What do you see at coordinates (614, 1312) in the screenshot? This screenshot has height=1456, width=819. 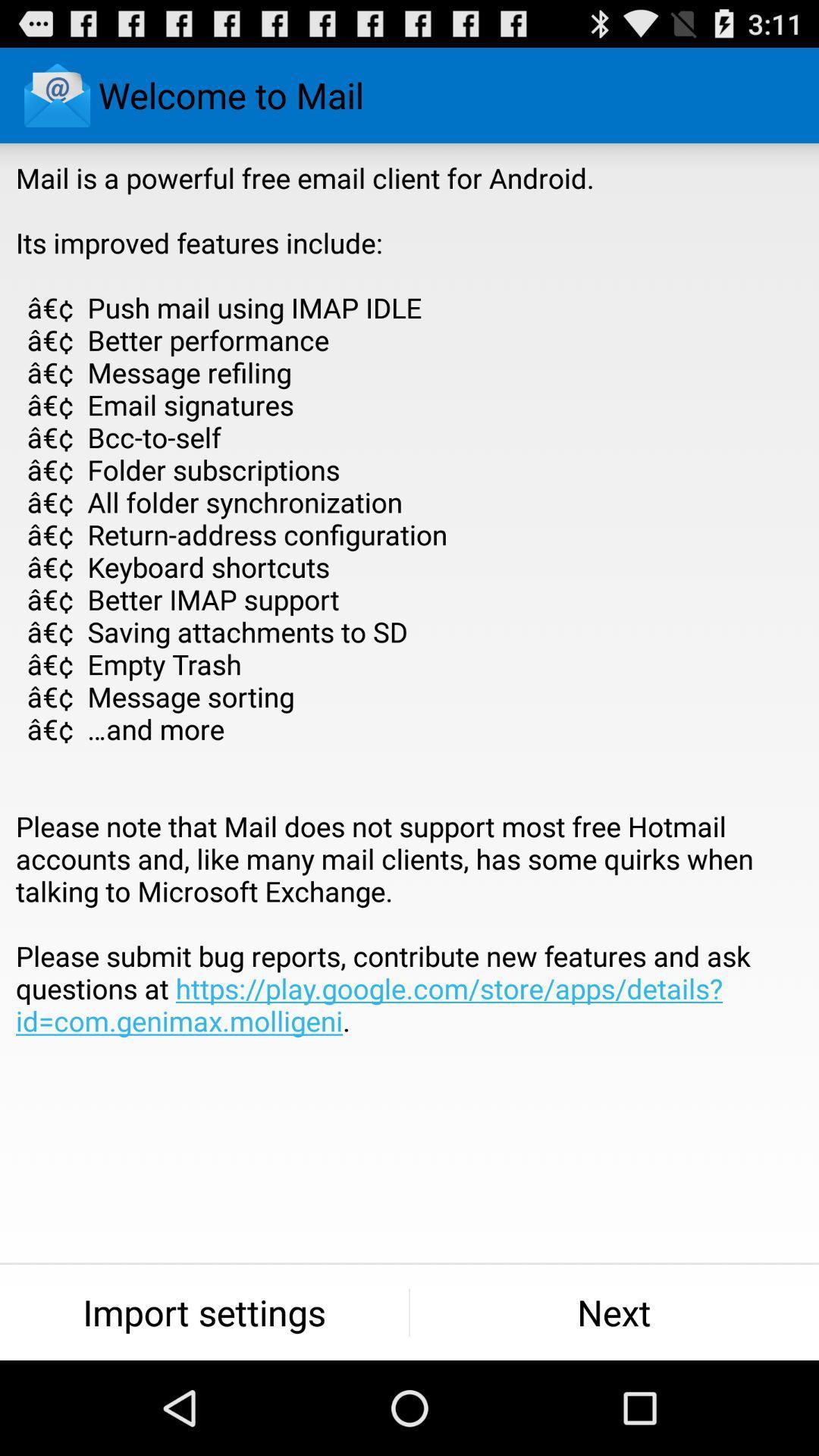 I see `next item` at bounding box center [614, 1312].